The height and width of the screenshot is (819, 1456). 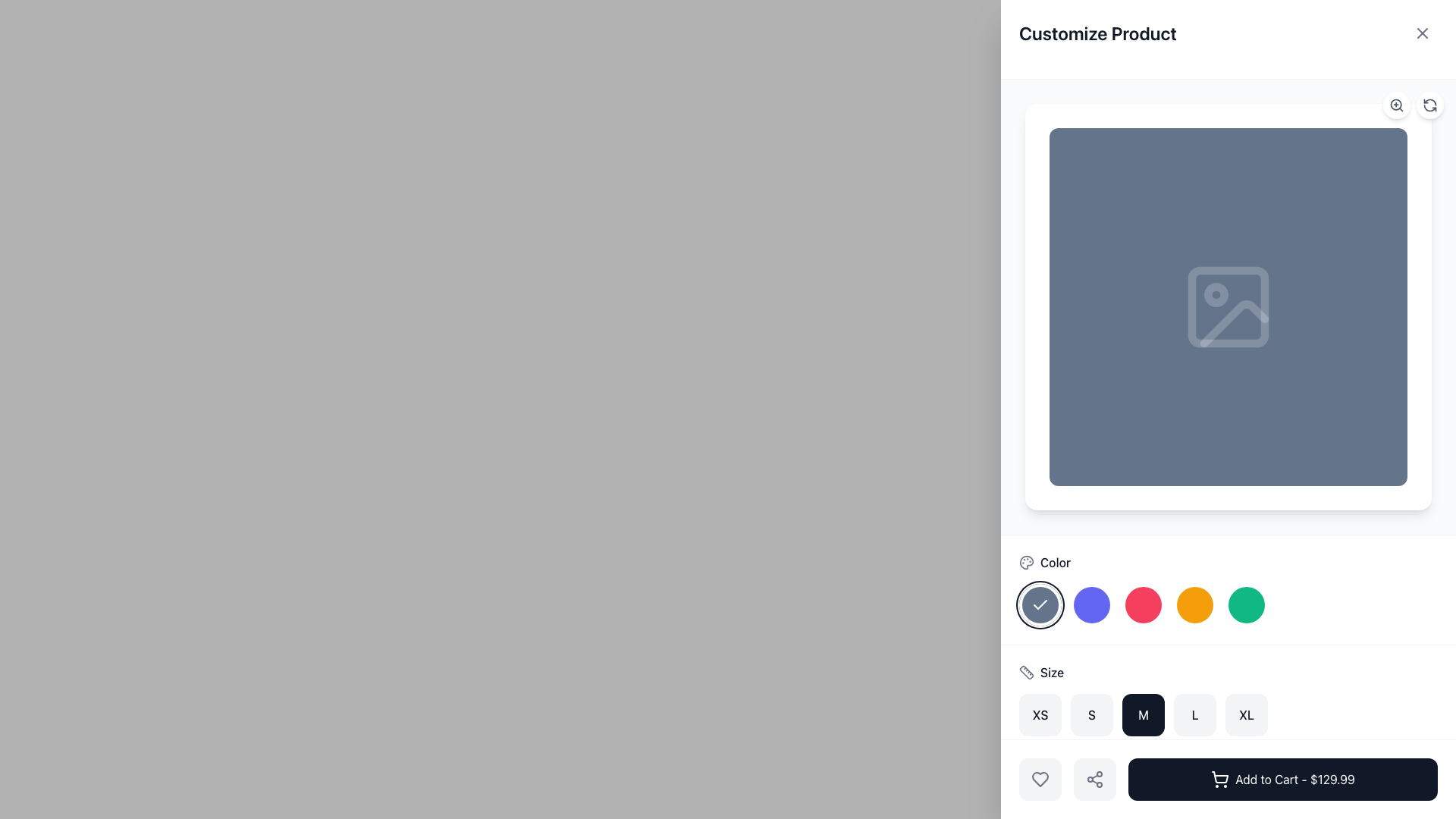 I want to click on the third circular color selection button labeled 'Color', so click(x=1143, y=604).